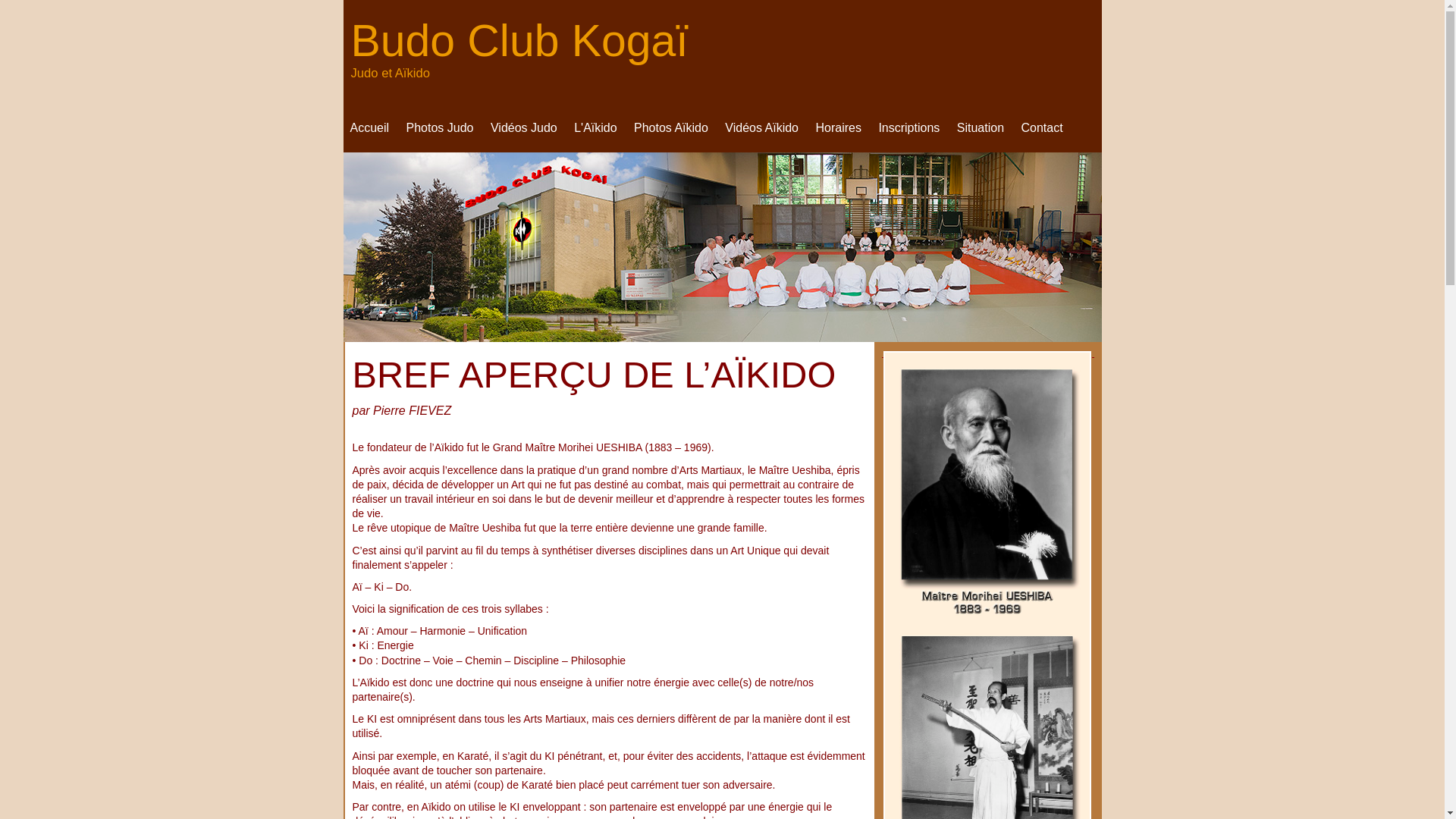  What do you see at coordinates (836, 124) in the screenshot?
I see `'Horaires'` at bounding box center [836, 124].